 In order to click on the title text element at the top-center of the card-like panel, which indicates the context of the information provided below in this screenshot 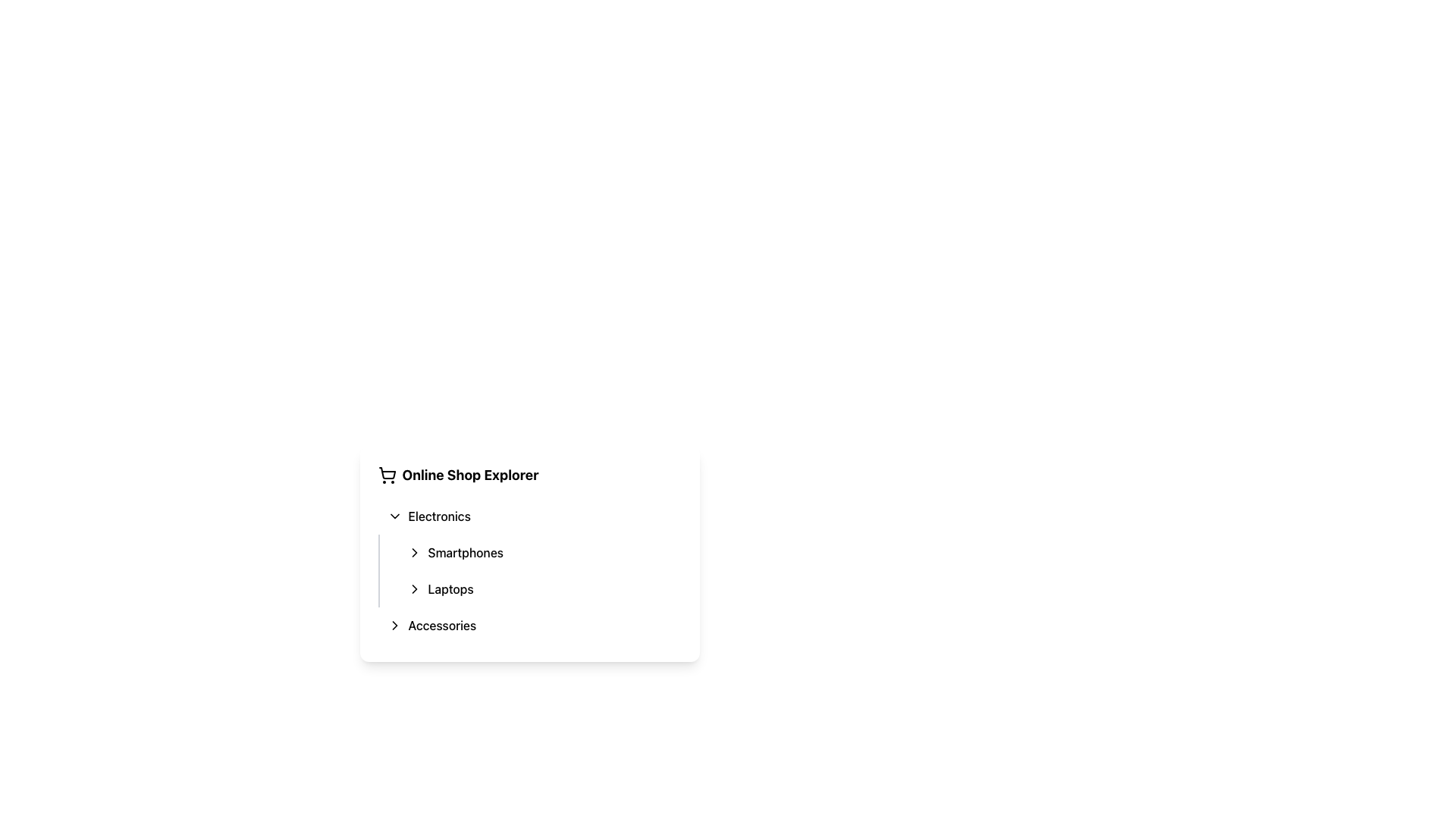, I will do `click(529, 475)`.